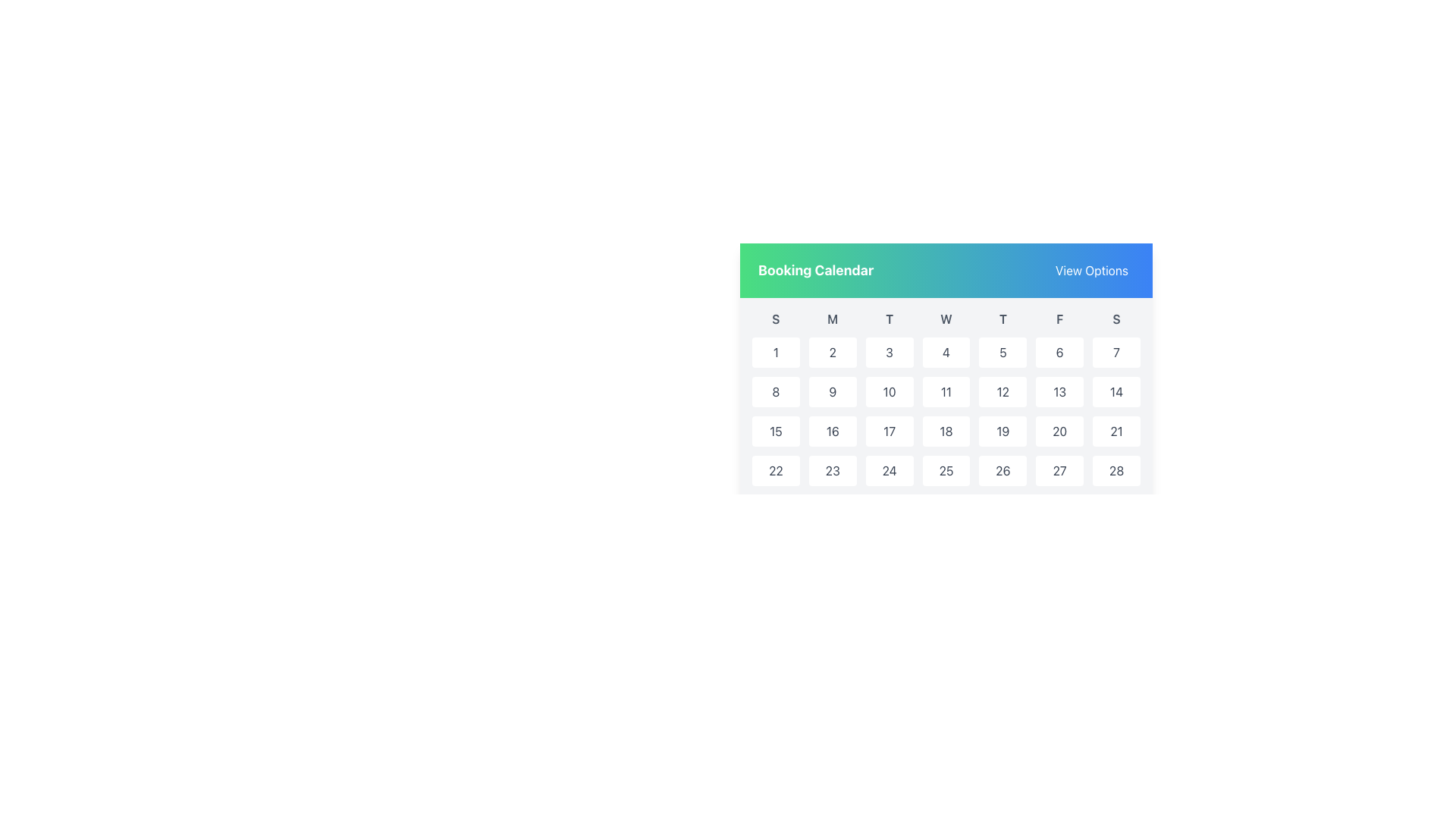 The height and width of the screenshot is (819, 1456). Describe the element at coordinates (890, 353) in the screenshot. I see `the date text element representing the third day of the month in the Tuesday column of the Booking Calendar` at that location.